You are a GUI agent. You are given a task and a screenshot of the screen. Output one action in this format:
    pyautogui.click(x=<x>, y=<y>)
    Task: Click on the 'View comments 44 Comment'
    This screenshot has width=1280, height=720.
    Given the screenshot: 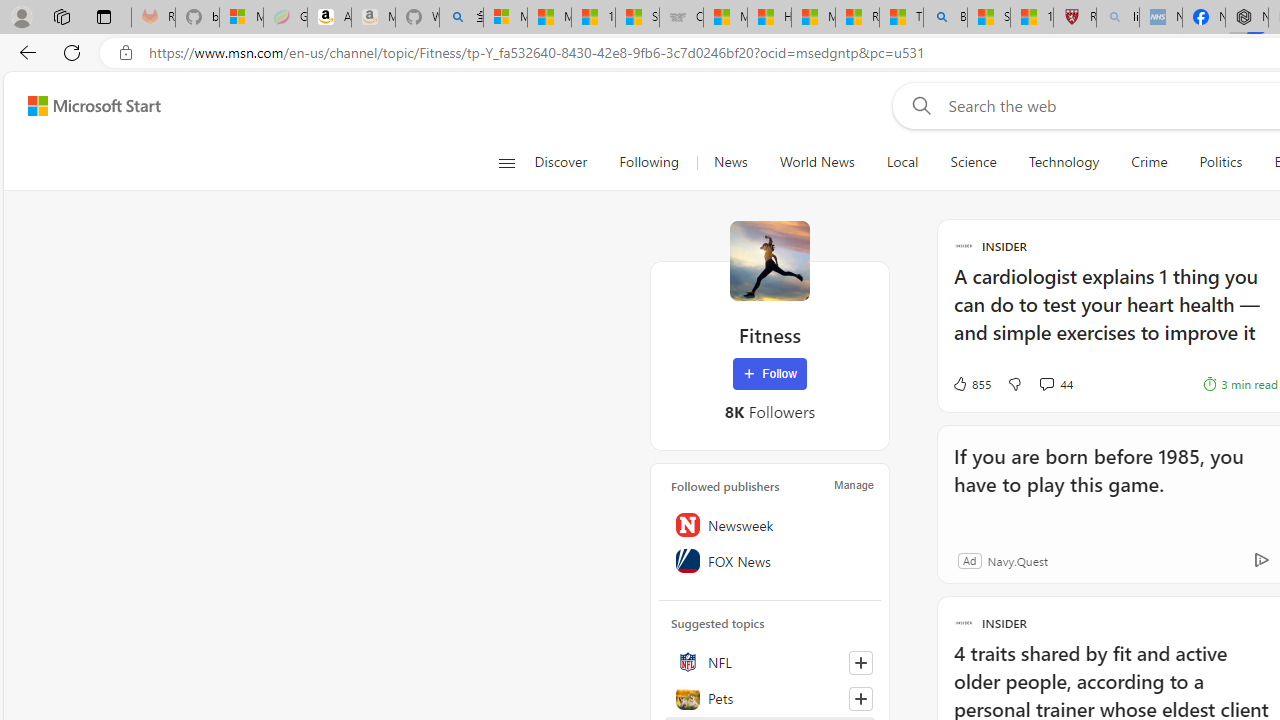 What is the action you would take?
    pyautogui.click(x=1055, y=384)
    